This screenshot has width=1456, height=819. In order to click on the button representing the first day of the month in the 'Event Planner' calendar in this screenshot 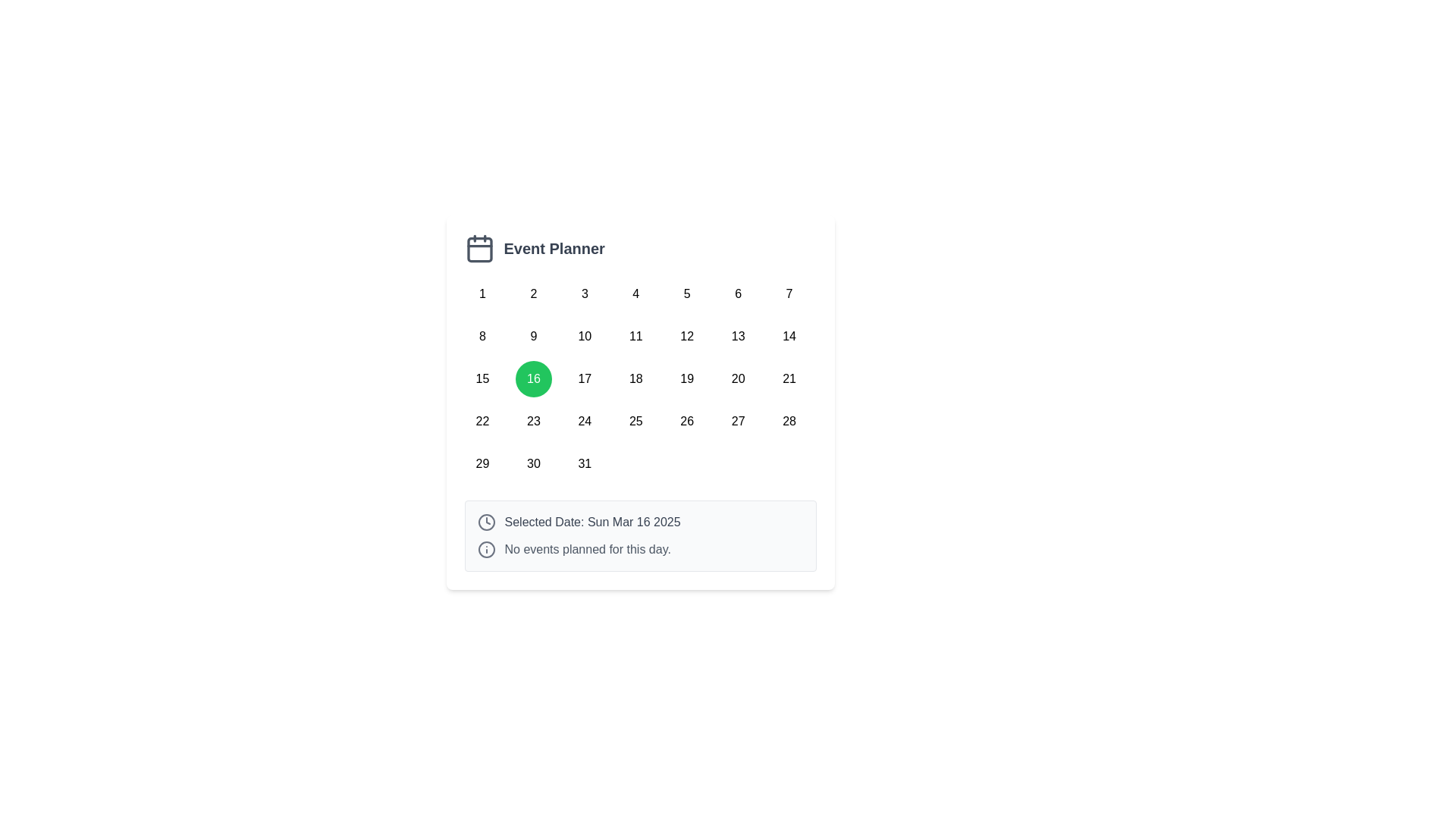, I will do `click(482, 294)`.